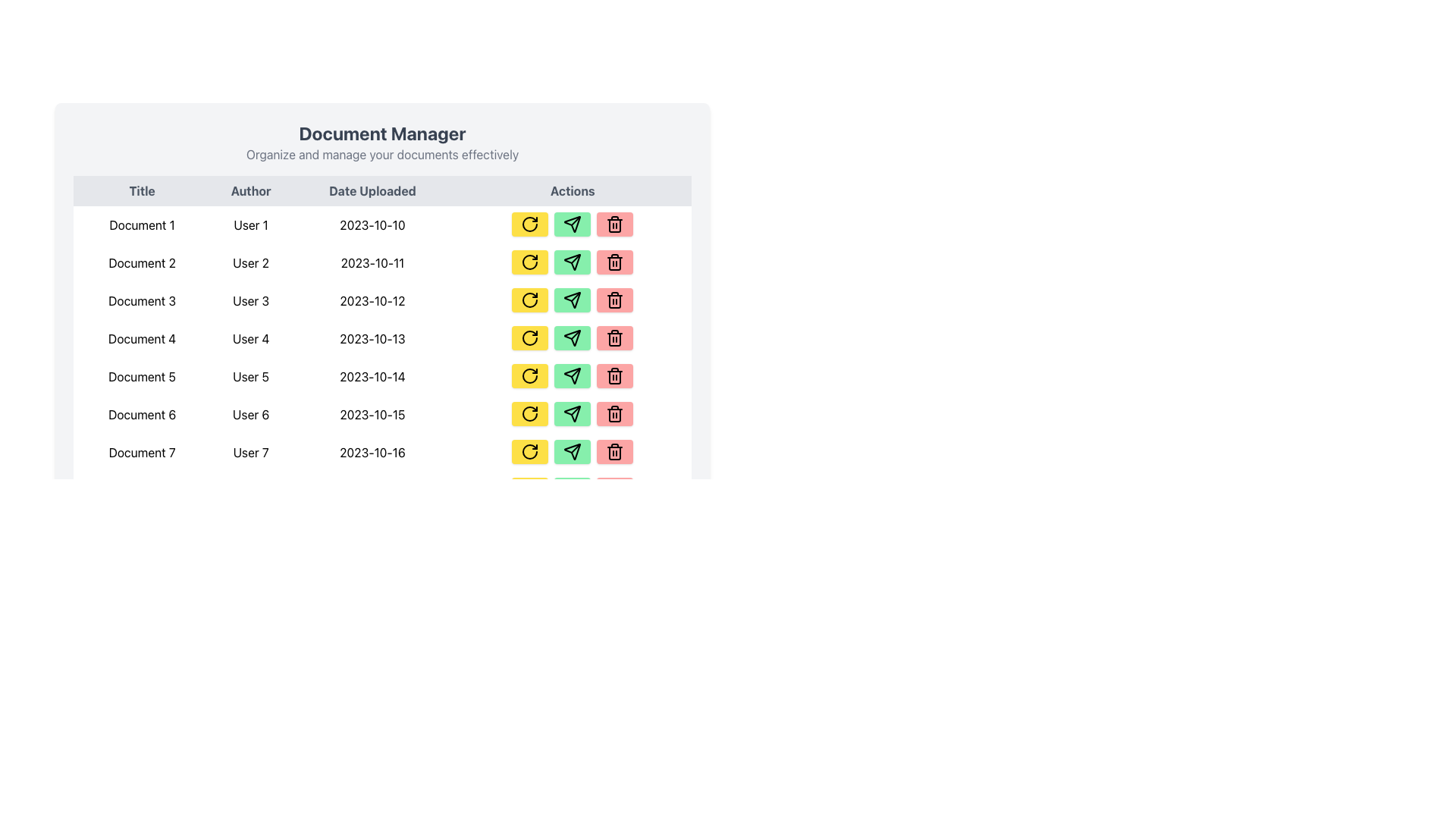 This screenshot has width=1456, height=819. What do you see at coordinates (572, 414) in the screenshot?
I see `the send button icon located in the 'Actions' column for 'Document 5' dated '2023-10-14', positioned after a yellow circular arrow icon and before a red trash can icon to send the associated document` at bounding box center [572, 414].